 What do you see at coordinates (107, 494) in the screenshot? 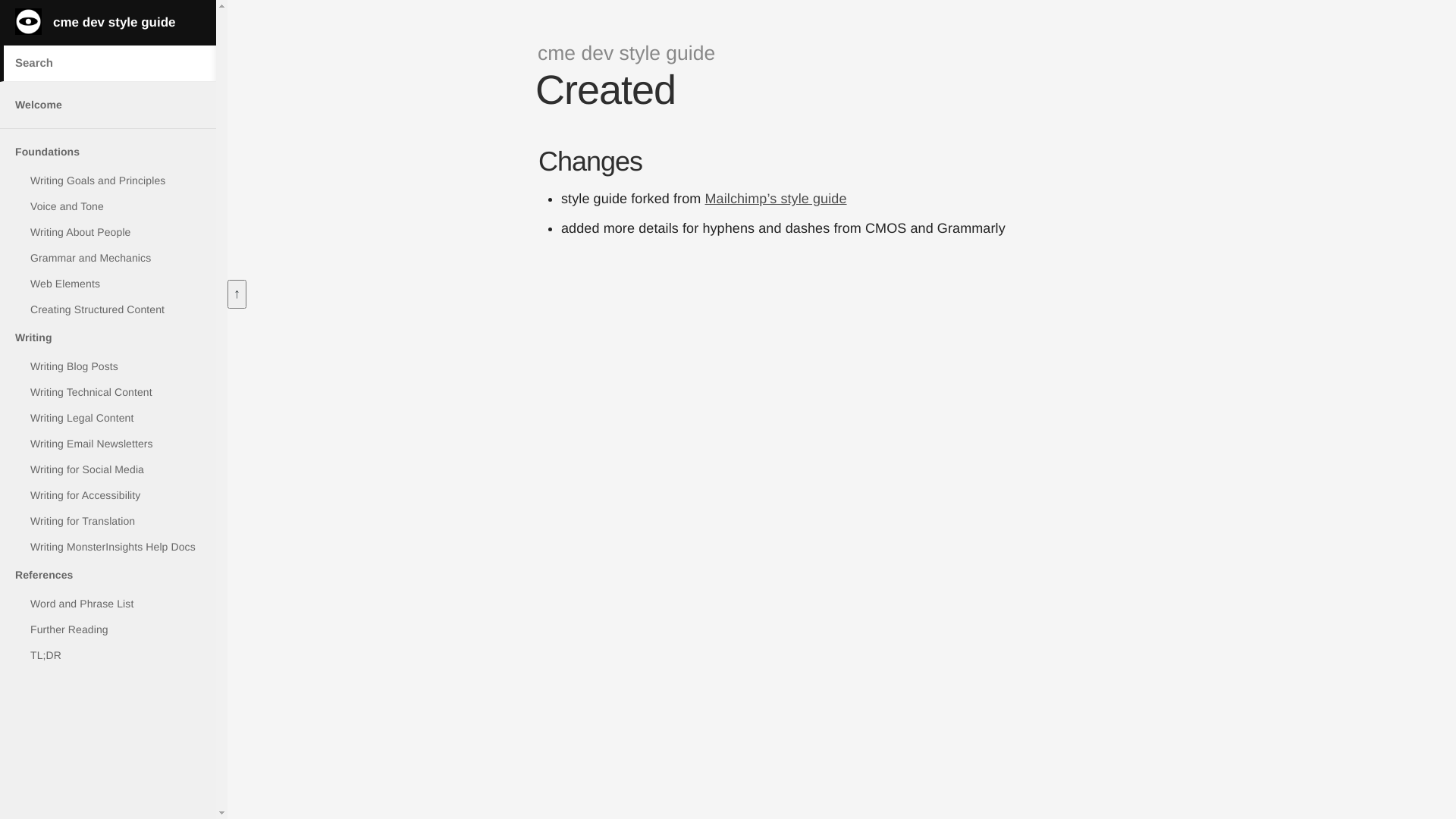
I see `'Writing for Accessibility'` at bounding box center [107, 494].